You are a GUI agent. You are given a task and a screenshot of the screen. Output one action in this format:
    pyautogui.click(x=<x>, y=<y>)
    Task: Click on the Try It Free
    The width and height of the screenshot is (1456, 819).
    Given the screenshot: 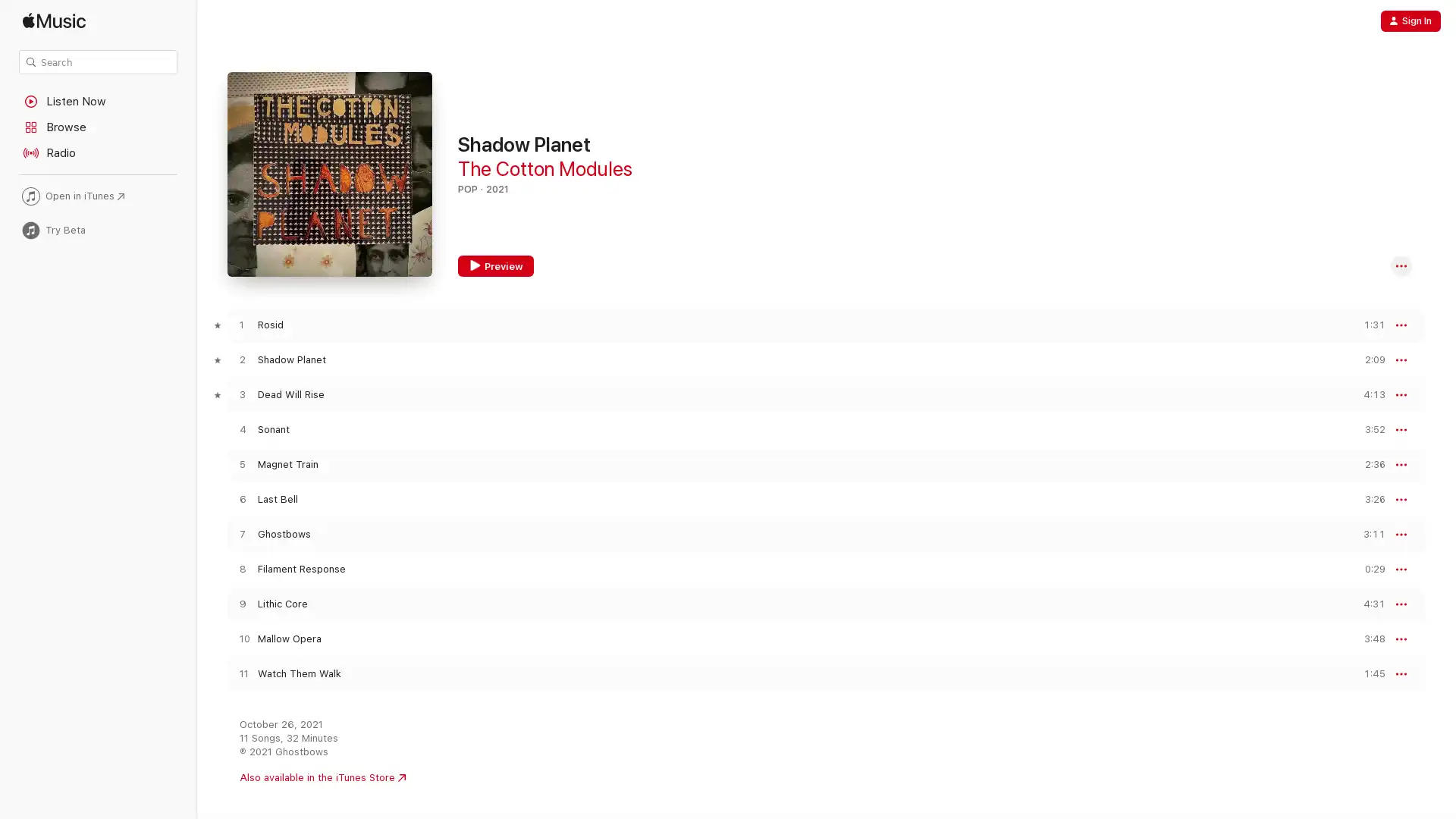 What is the action you would take?
    pyautogui.click(x=1385, y=789)
    